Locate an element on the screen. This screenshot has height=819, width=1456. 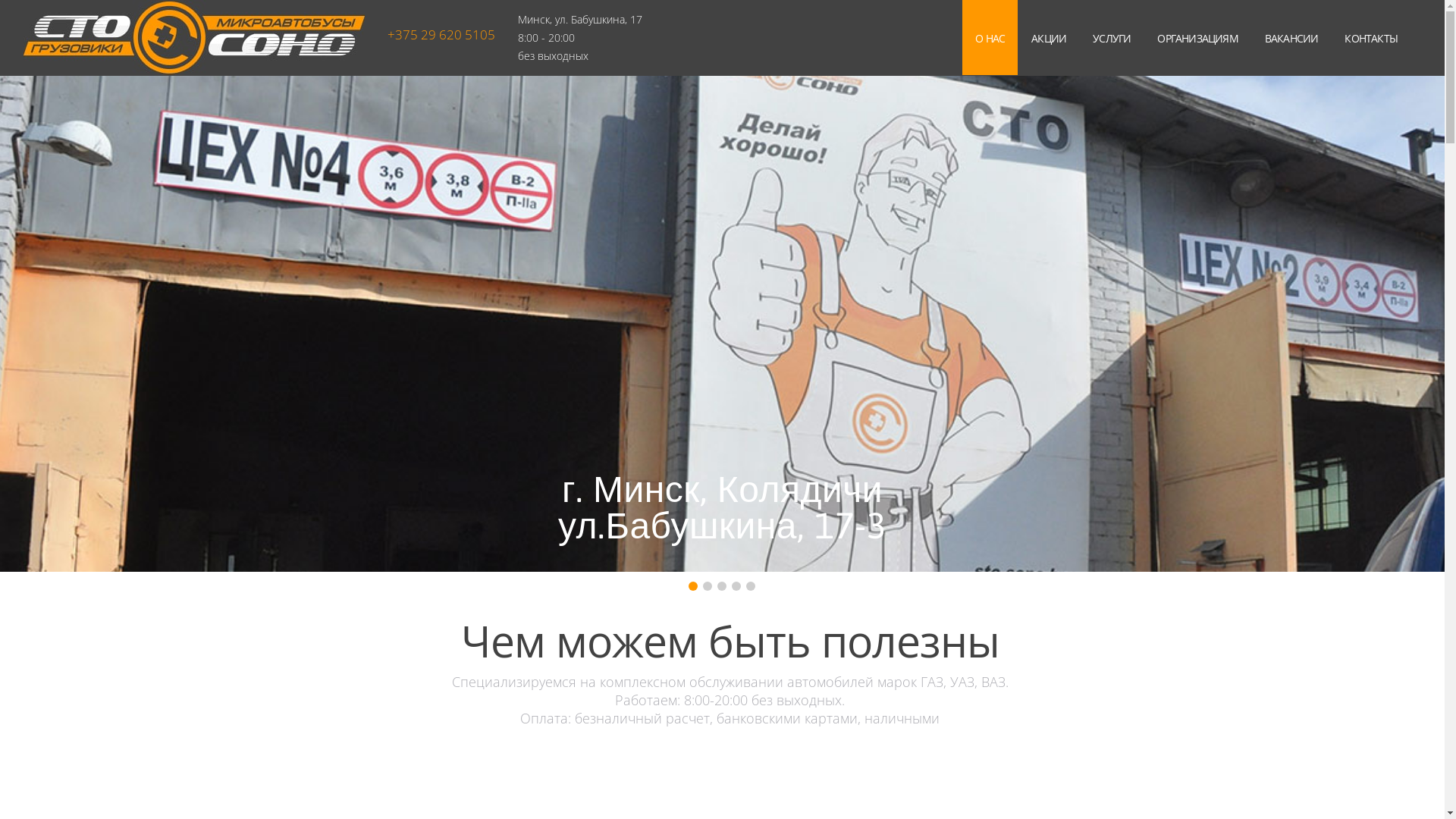
'+375 29 620 5105' is located at coordinates (440, 34).